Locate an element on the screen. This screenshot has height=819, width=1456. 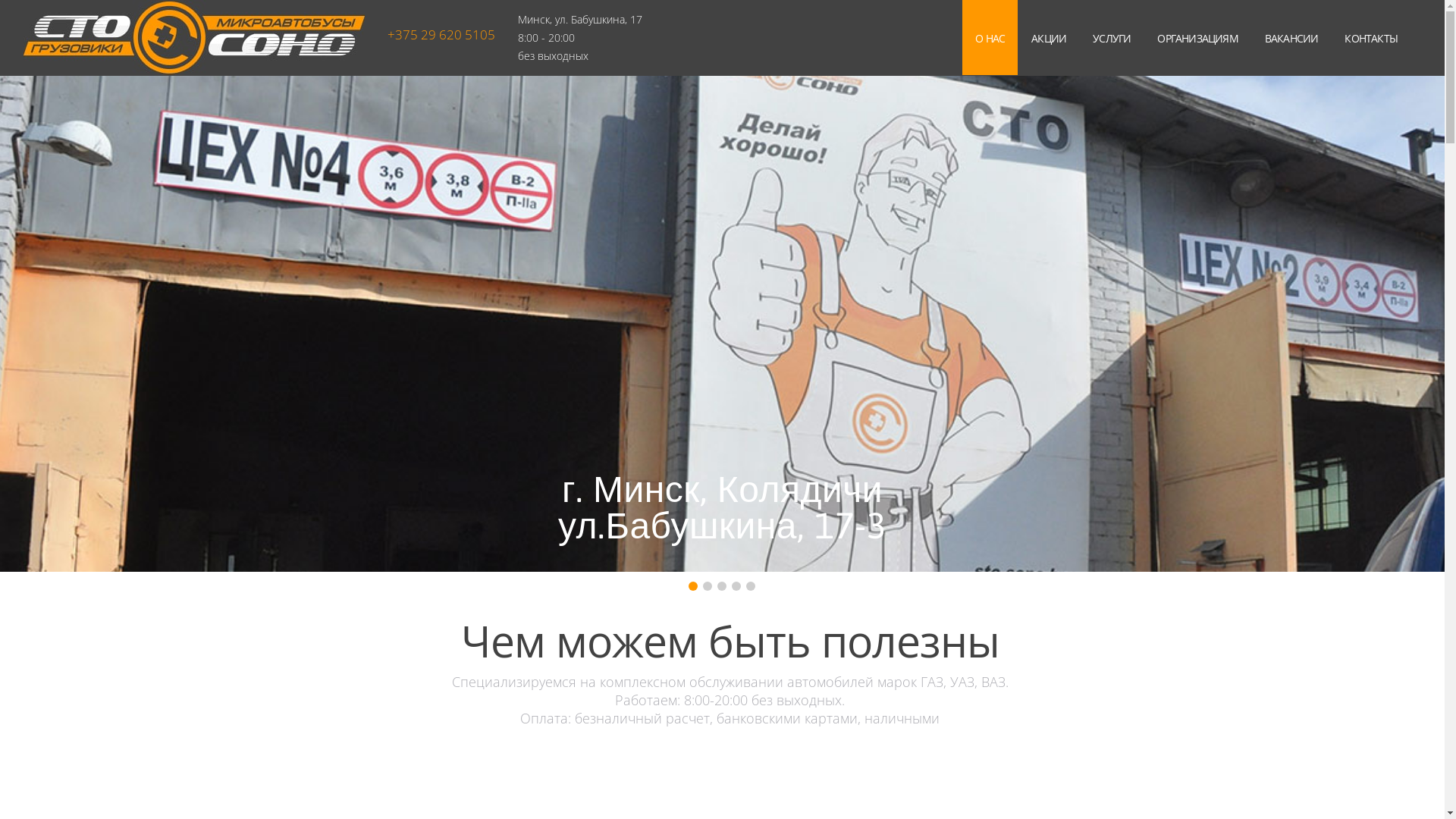
'+375 29 620 5105' is located at coordinates (440, 34).